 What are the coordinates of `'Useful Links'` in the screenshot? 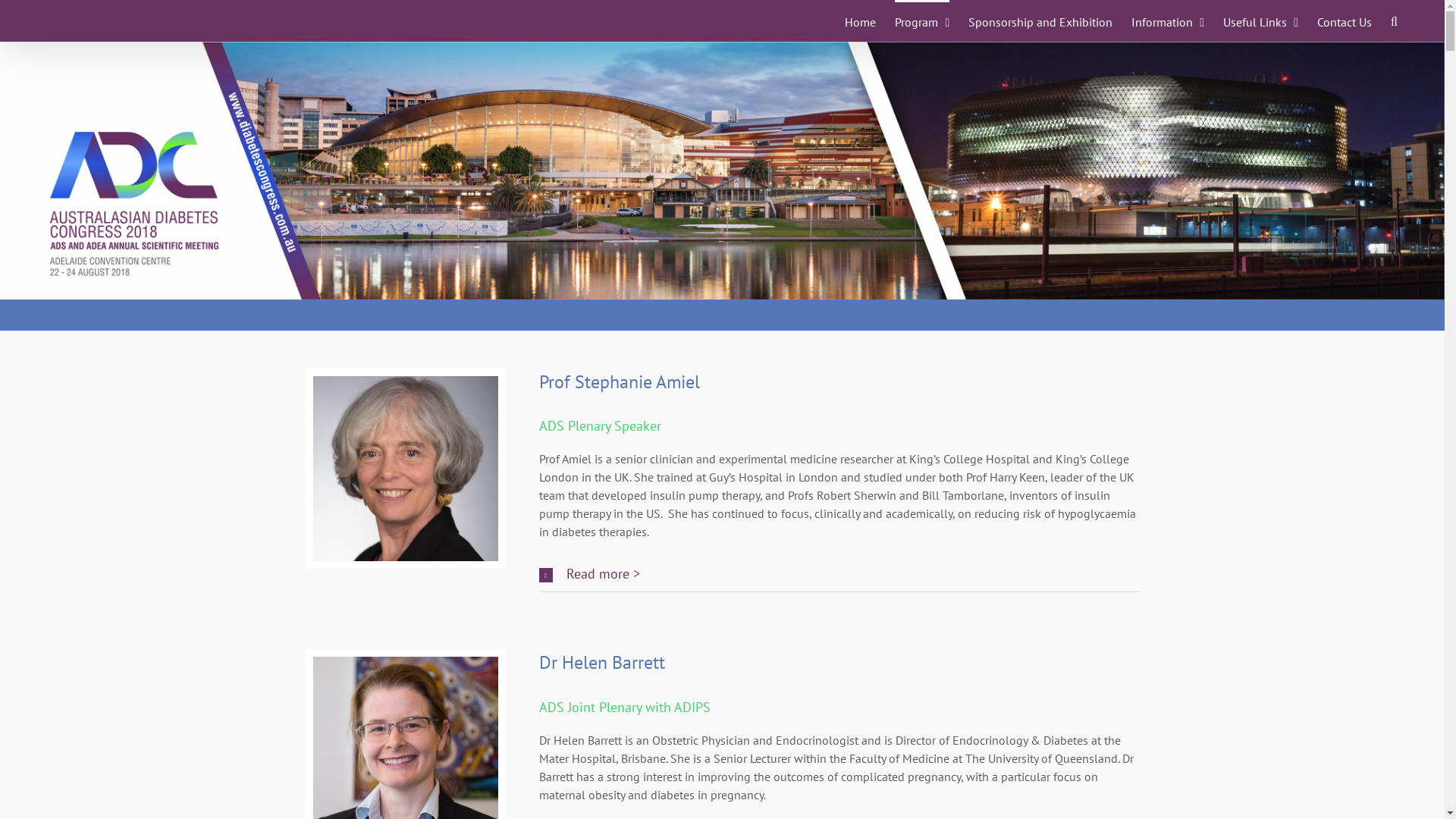 It's located at (1260, 20).